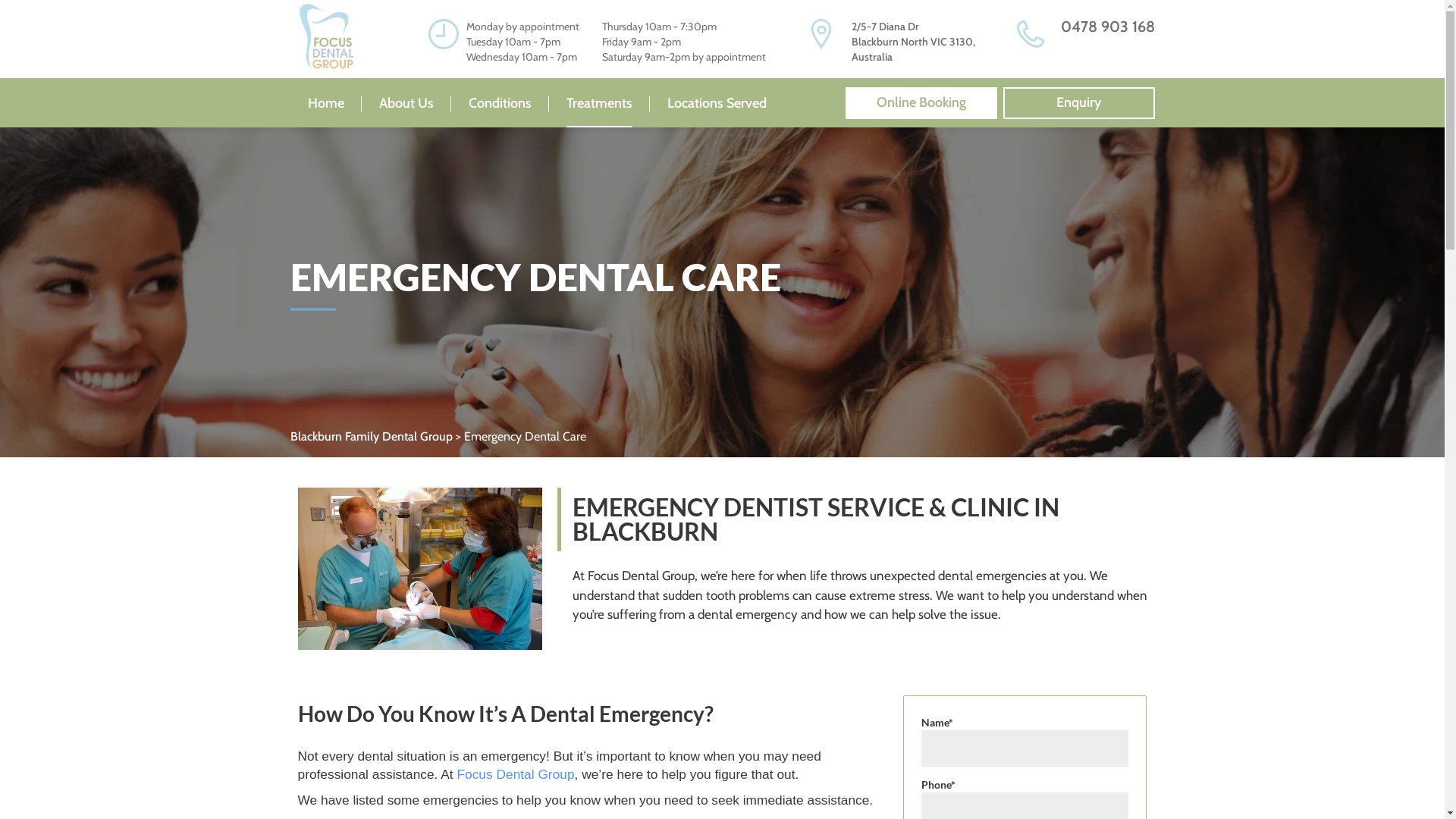  Describe the element at coordinates (920, 102) in the screenshot. I see `'Online Booking'` at that location.